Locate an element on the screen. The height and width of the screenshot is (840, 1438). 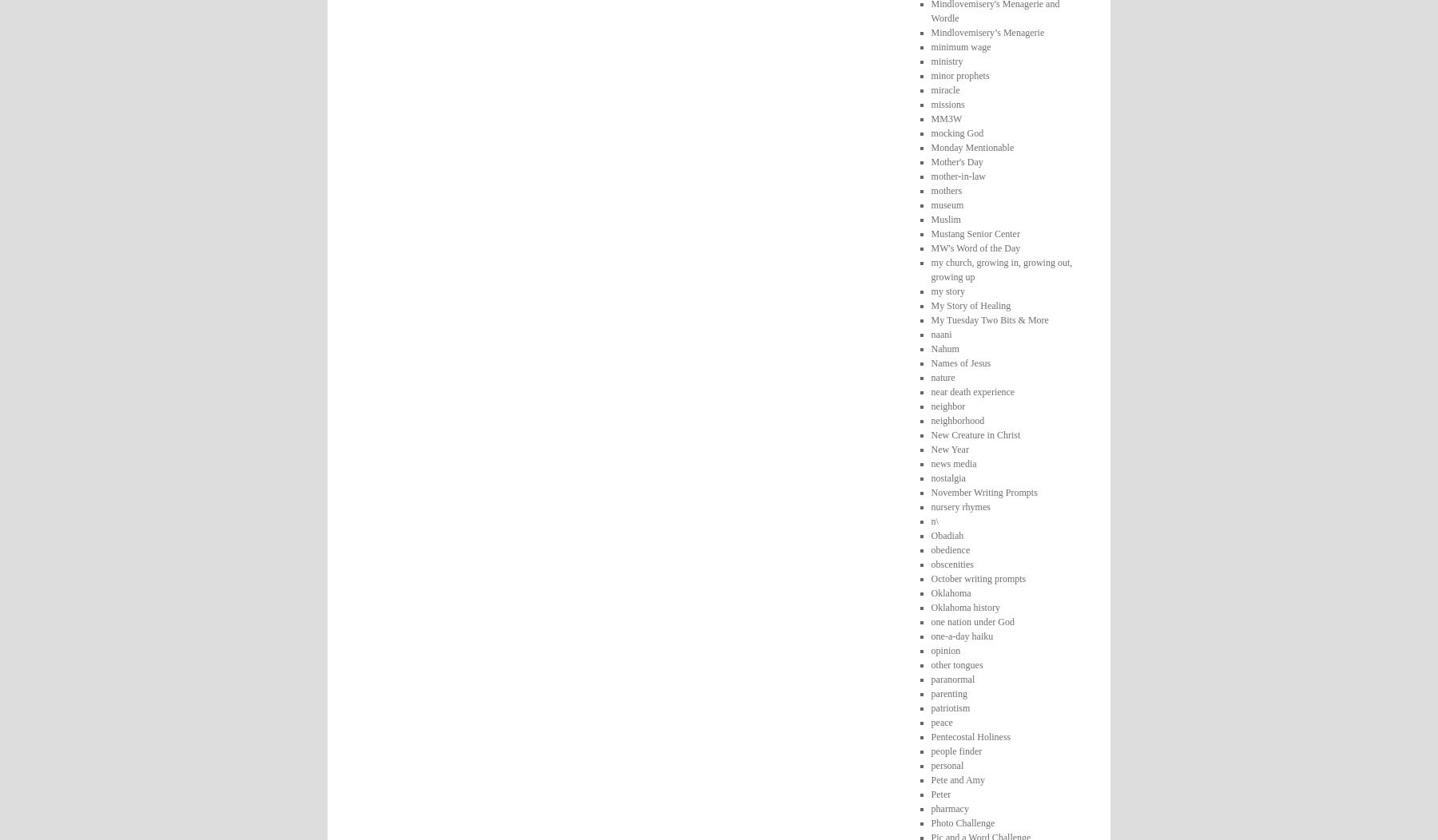
'Mindlovemisery’s Menagerie' is located at coordinates (987, 31).